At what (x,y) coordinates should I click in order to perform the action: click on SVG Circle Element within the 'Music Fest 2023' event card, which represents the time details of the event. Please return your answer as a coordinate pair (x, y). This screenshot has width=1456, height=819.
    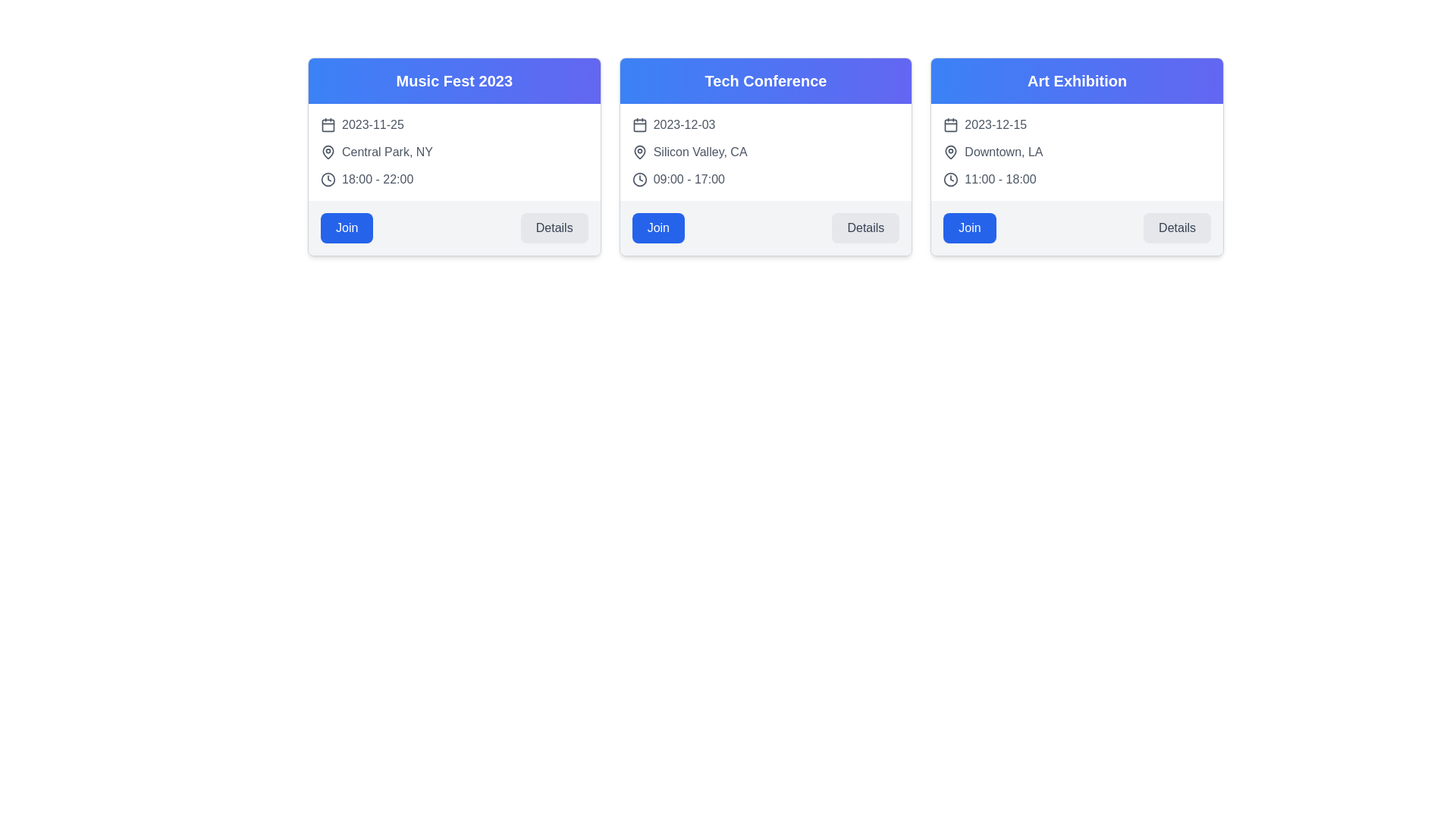
    Looking at the image, I should click on (327, 178).